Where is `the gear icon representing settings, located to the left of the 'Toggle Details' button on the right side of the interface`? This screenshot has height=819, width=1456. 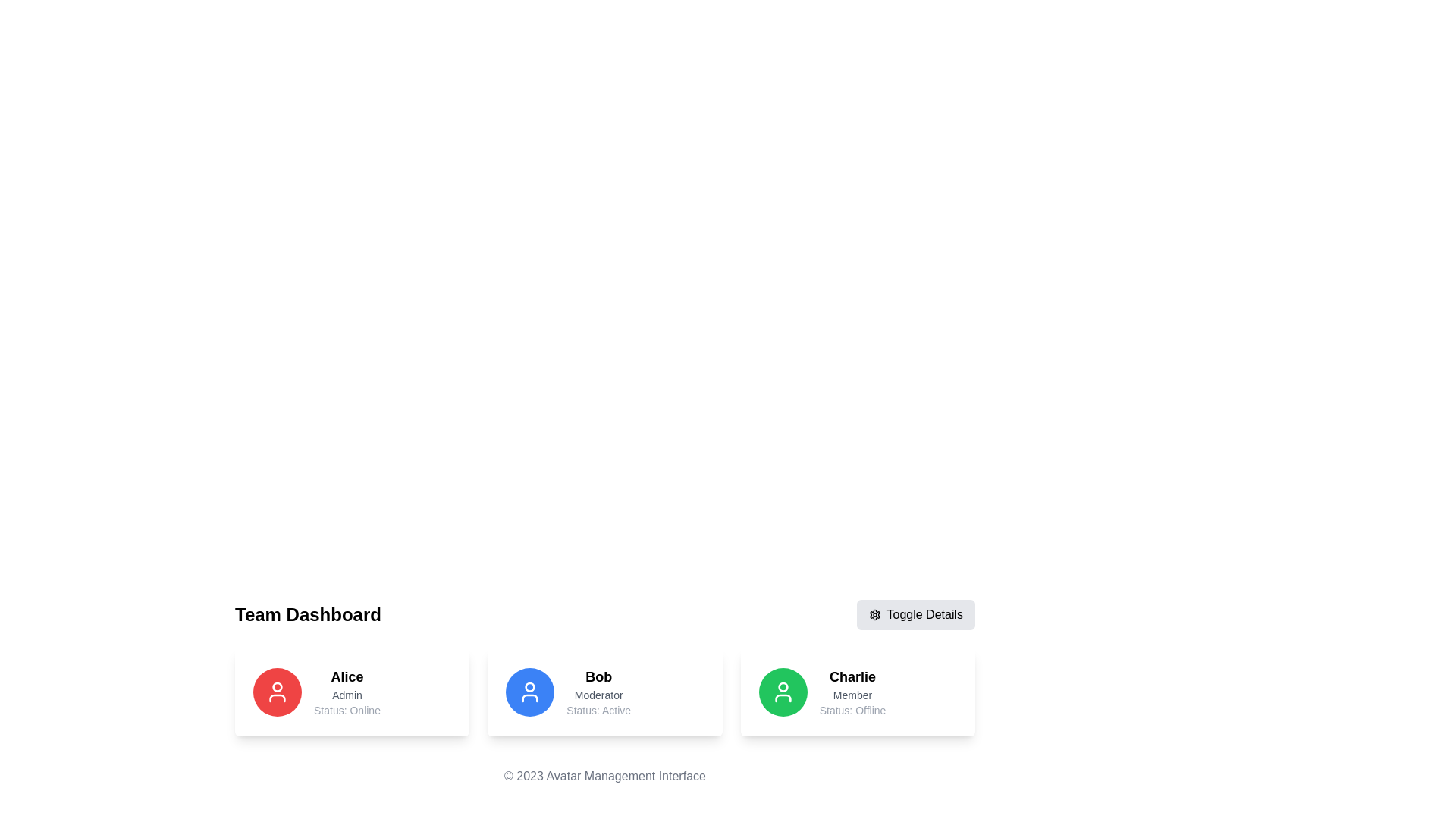
the gear icon representing settings, located to the left of the 'Toggle Details' button on the right side of the interface is located at coordinates (874, 614).